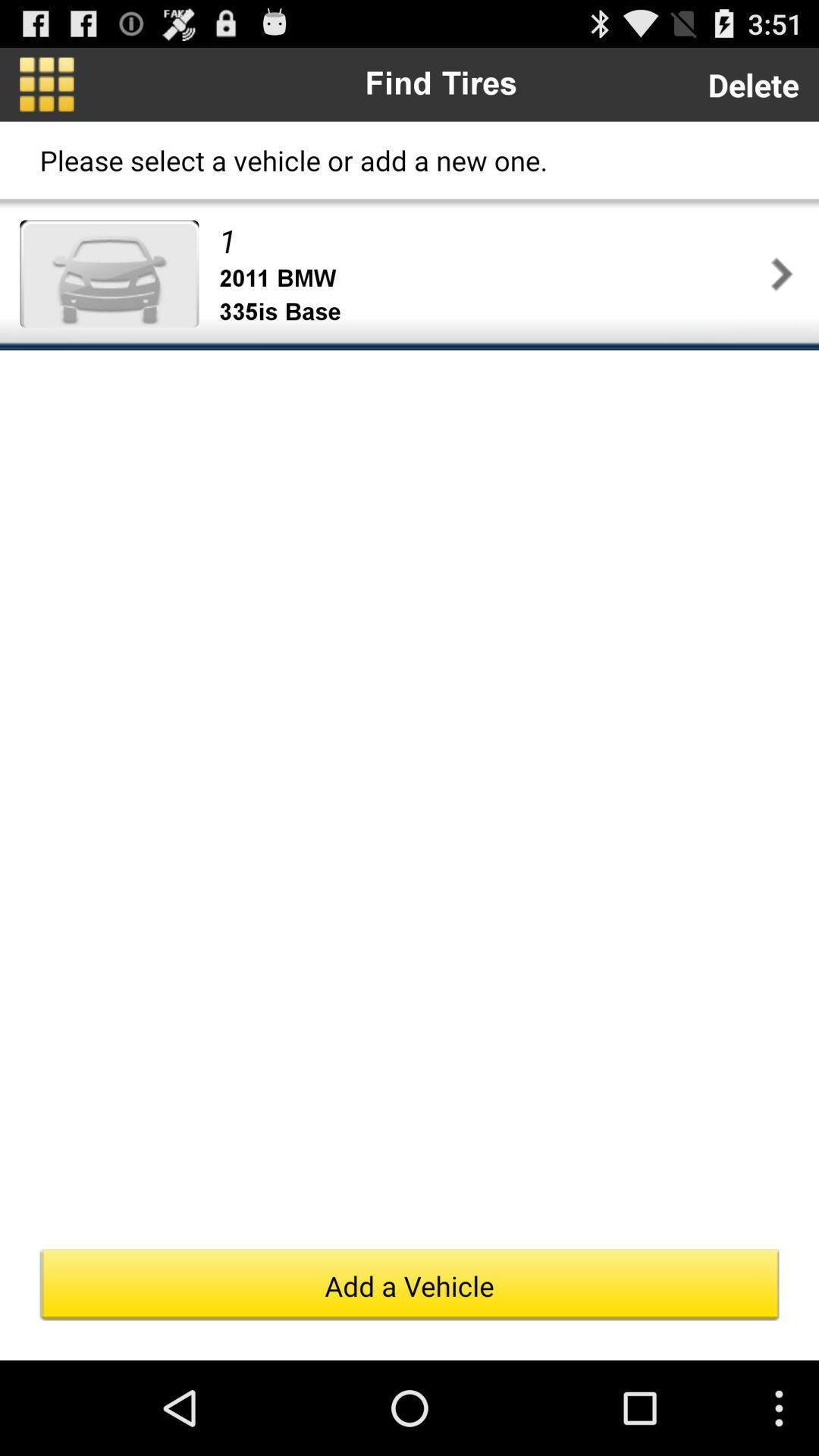 The image size is (819, 1456). Describe the element at coordinates (108, 274) in the screenshot. I see `the item below the please select a icon` at that location.